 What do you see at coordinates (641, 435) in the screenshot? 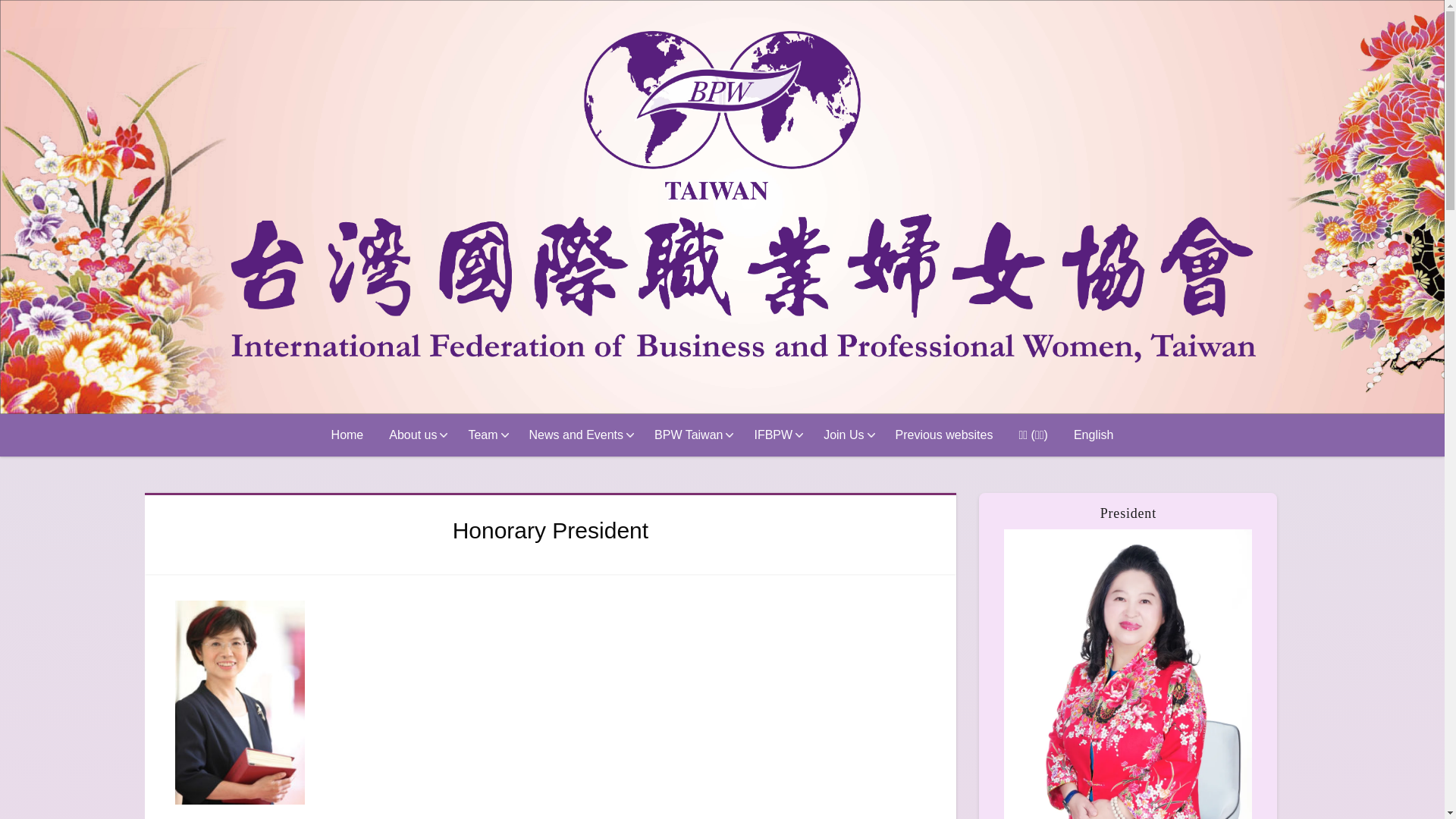
I see `'BPW Taiwan'` at bounding box center [641, 435].